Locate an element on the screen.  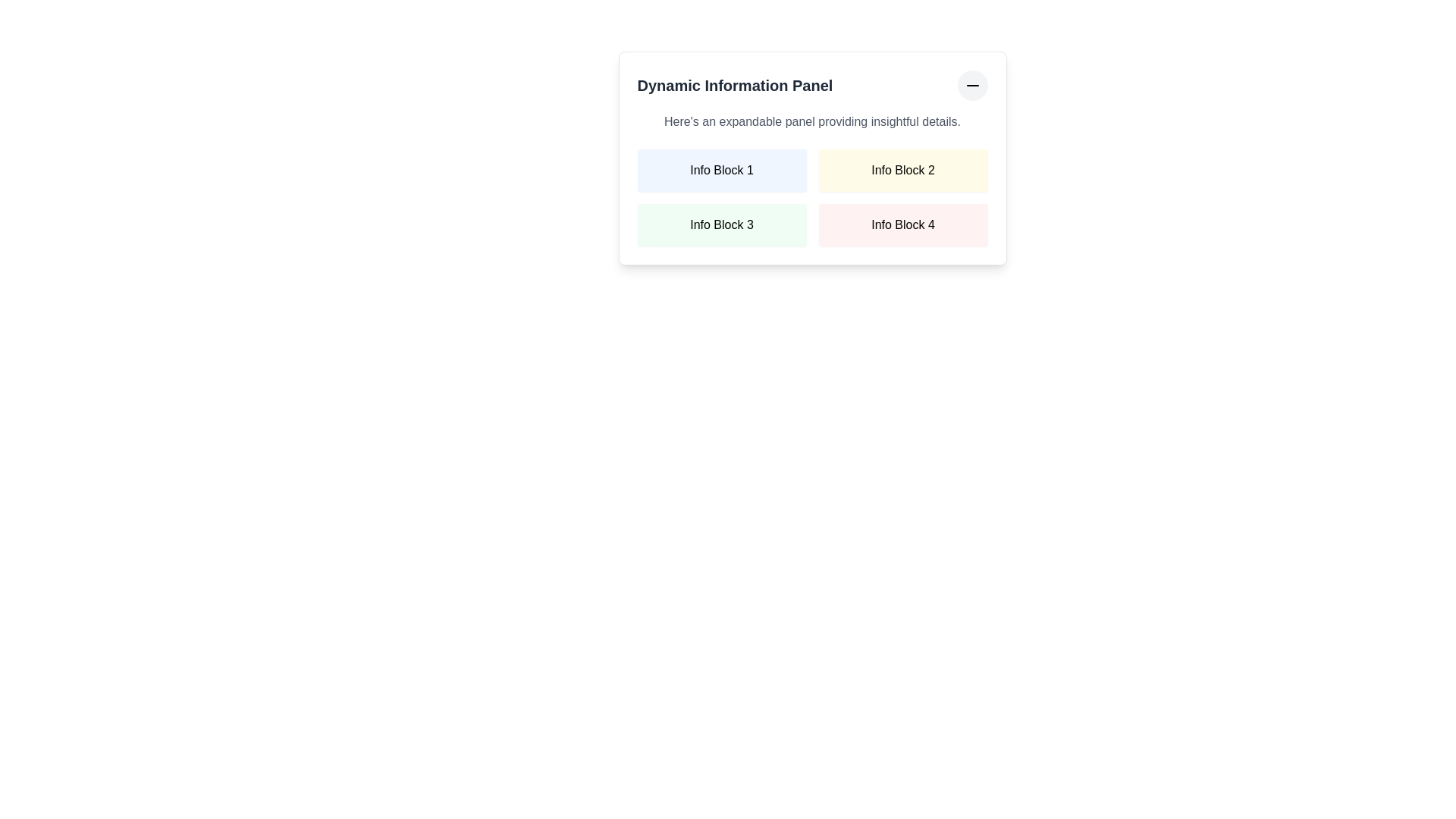
the static informational block labeled 'Info Block 2' which displays informative content and is located in the first row, second column of the grid layout is located at coordinates (902, 170).